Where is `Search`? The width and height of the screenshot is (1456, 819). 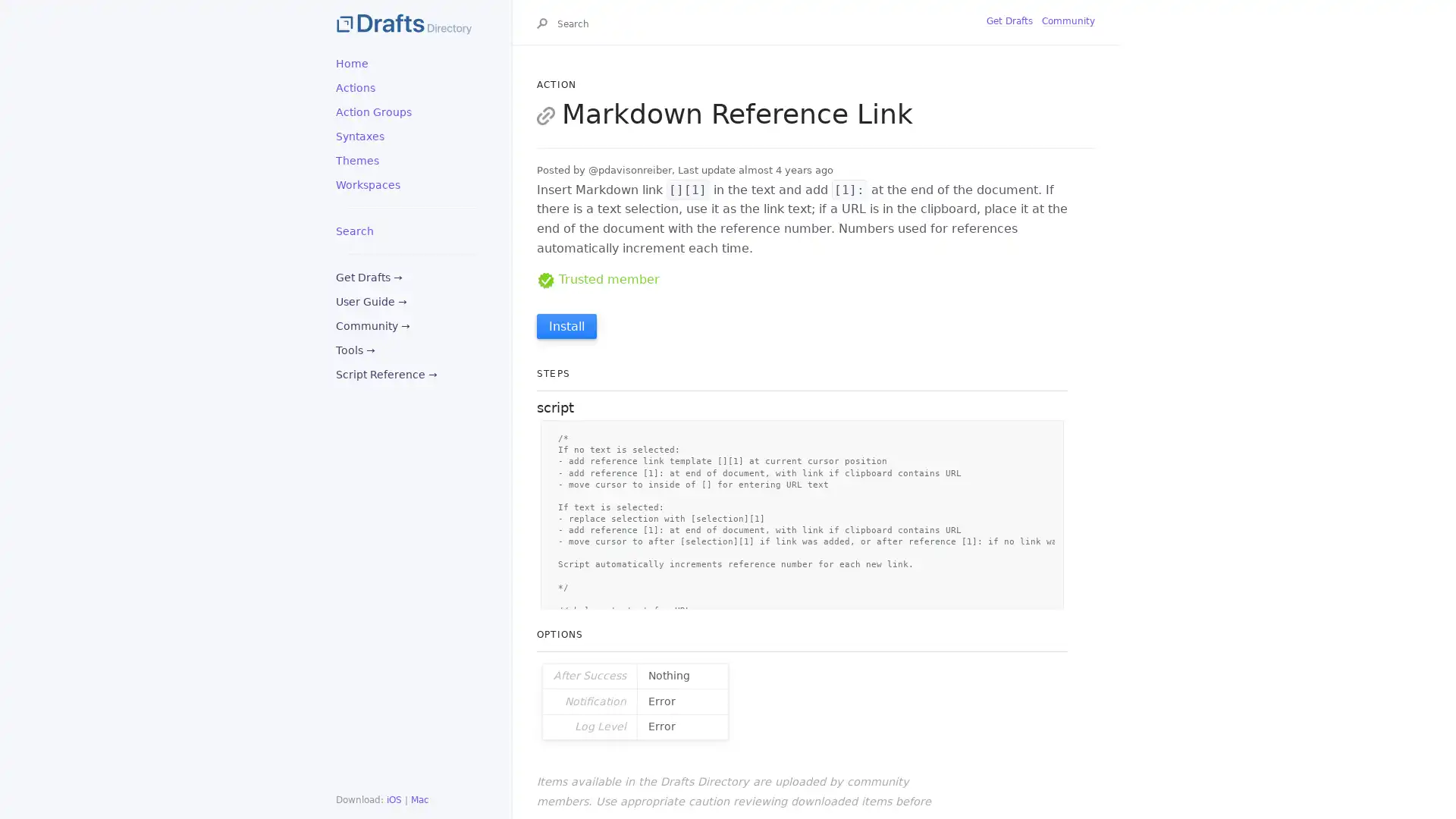 Search is located at coordinates (545, 25).